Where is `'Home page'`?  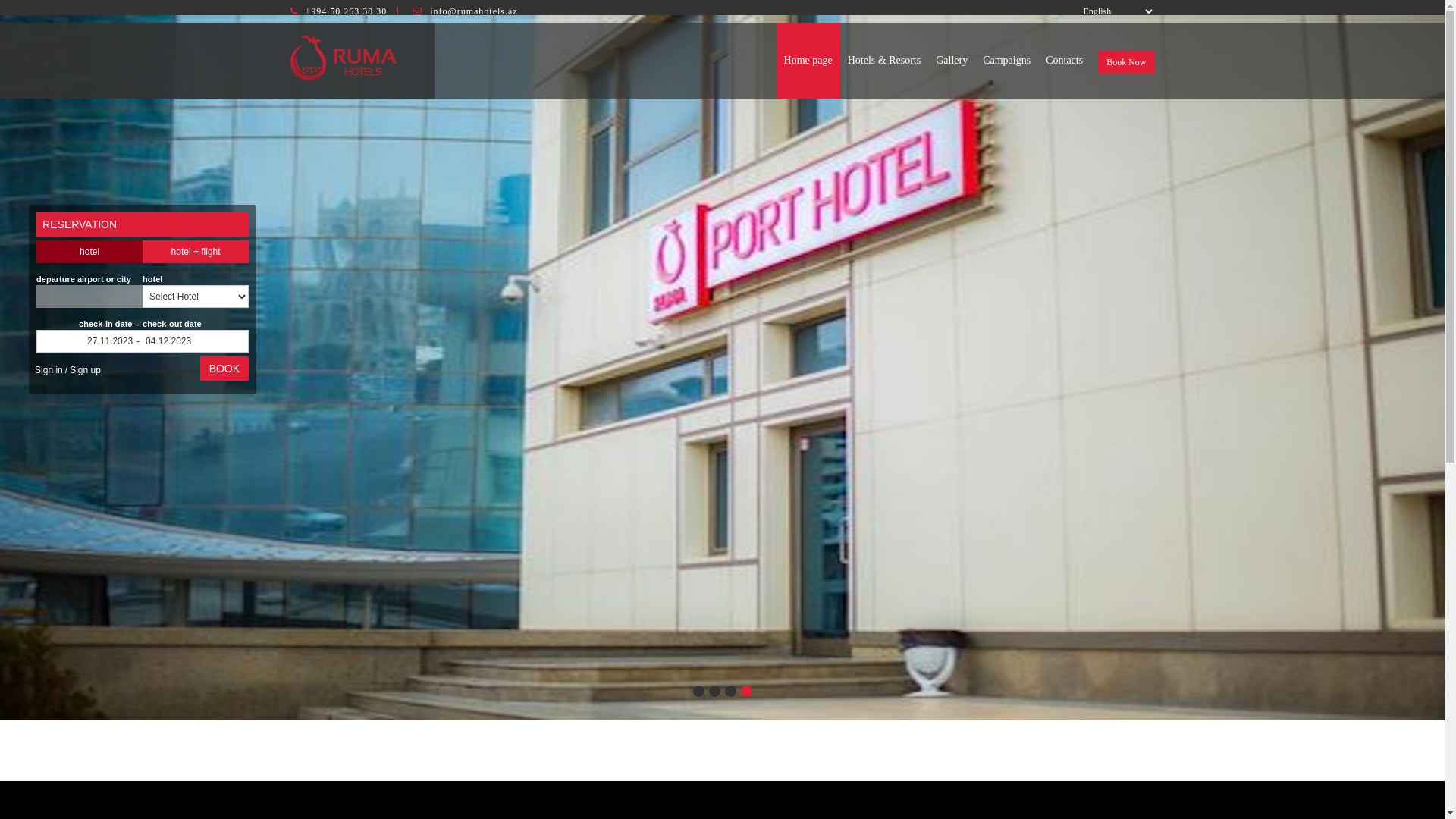
'Home page' is located at coordinates (807, 60).